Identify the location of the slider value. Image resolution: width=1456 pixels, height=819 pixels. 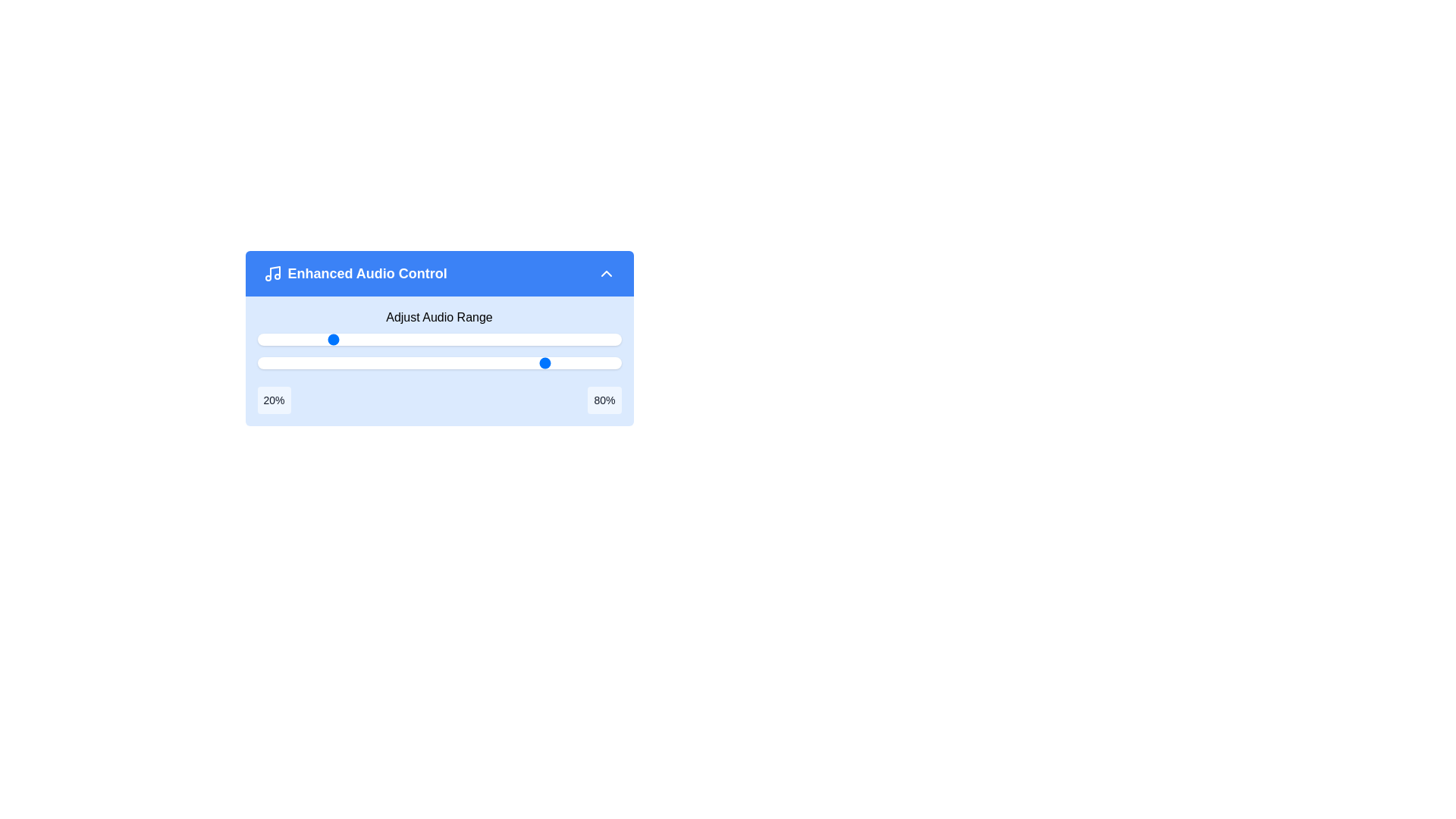
(303, 338).